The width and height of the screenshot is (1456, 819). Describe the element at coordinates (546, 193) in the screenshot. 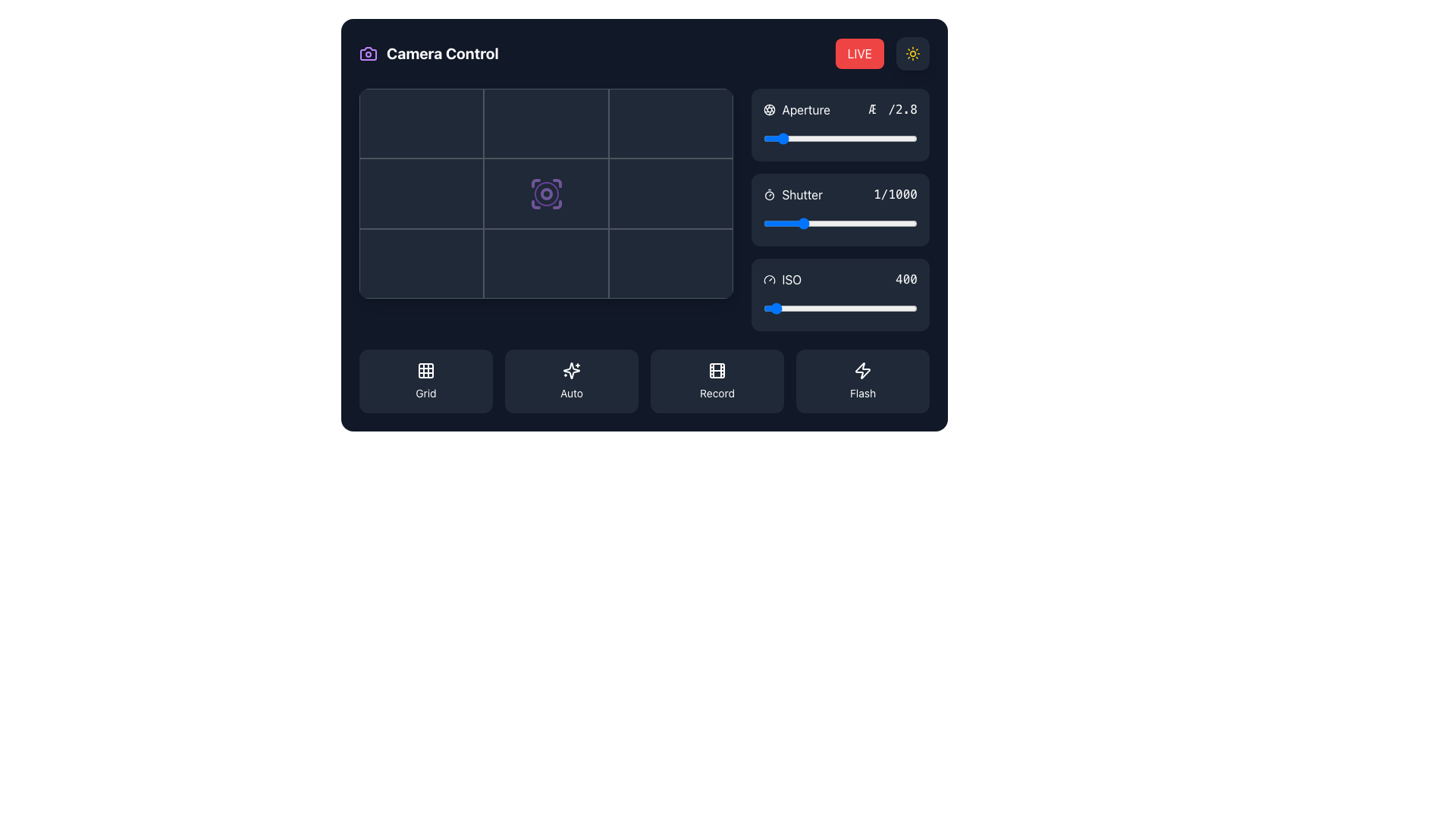

I see `the visual representation of the focus icon located centrally within the camera control interface, marking the active focus point of the grid` at that location.